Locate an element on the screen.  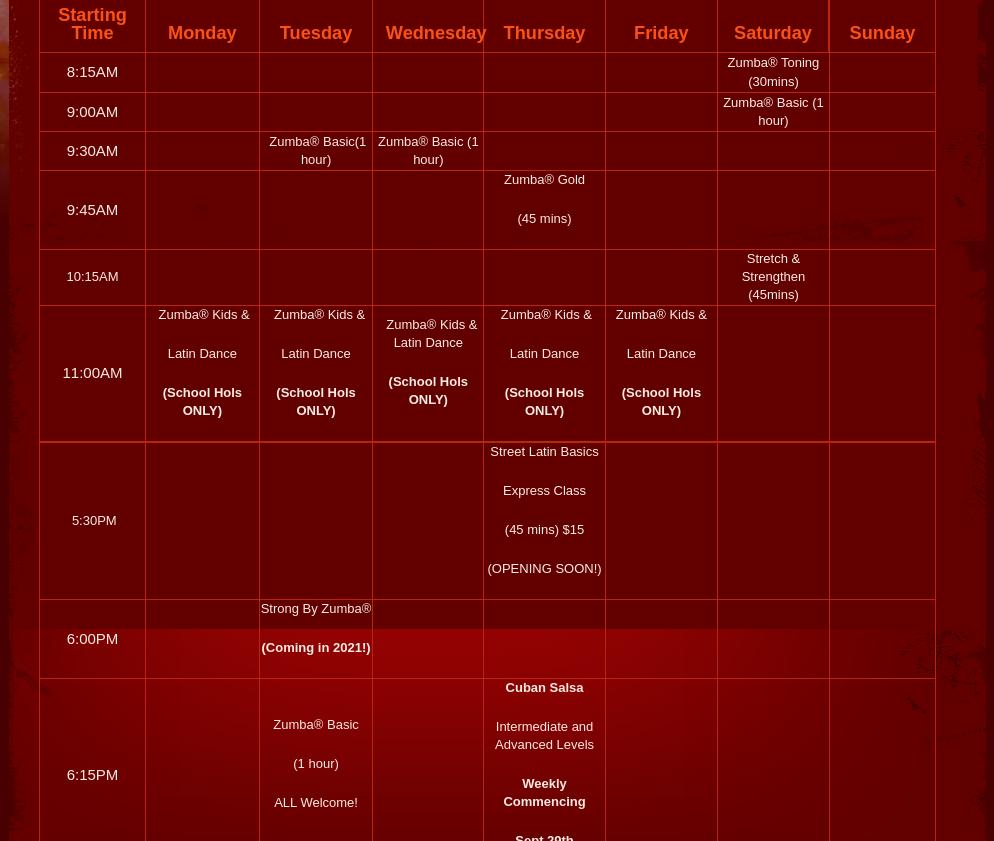
'(1 hour)' is located at coordinates (315, 763).